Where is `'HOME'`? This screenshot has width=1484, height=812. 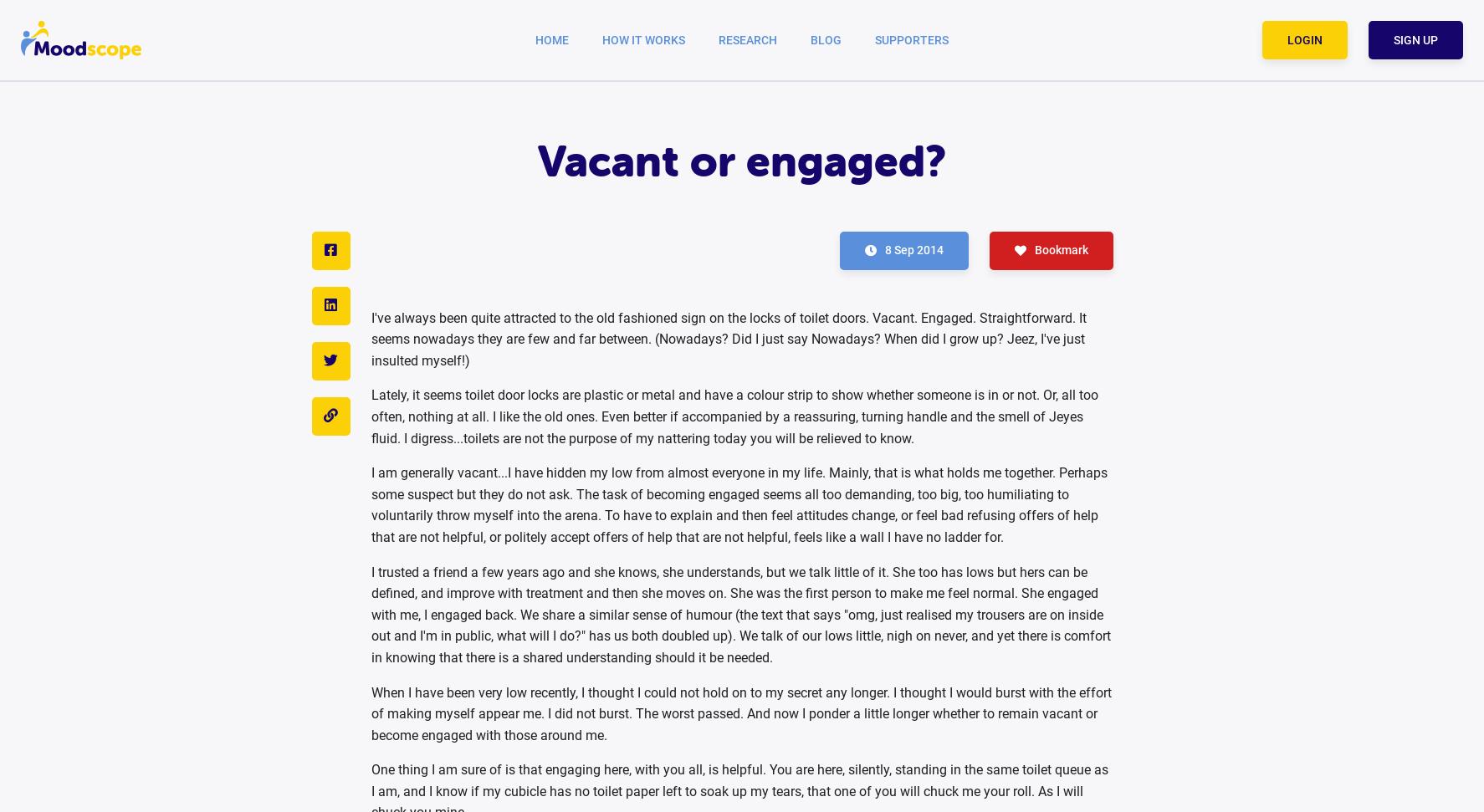 'HOME' is located at coordinates (551, 38).